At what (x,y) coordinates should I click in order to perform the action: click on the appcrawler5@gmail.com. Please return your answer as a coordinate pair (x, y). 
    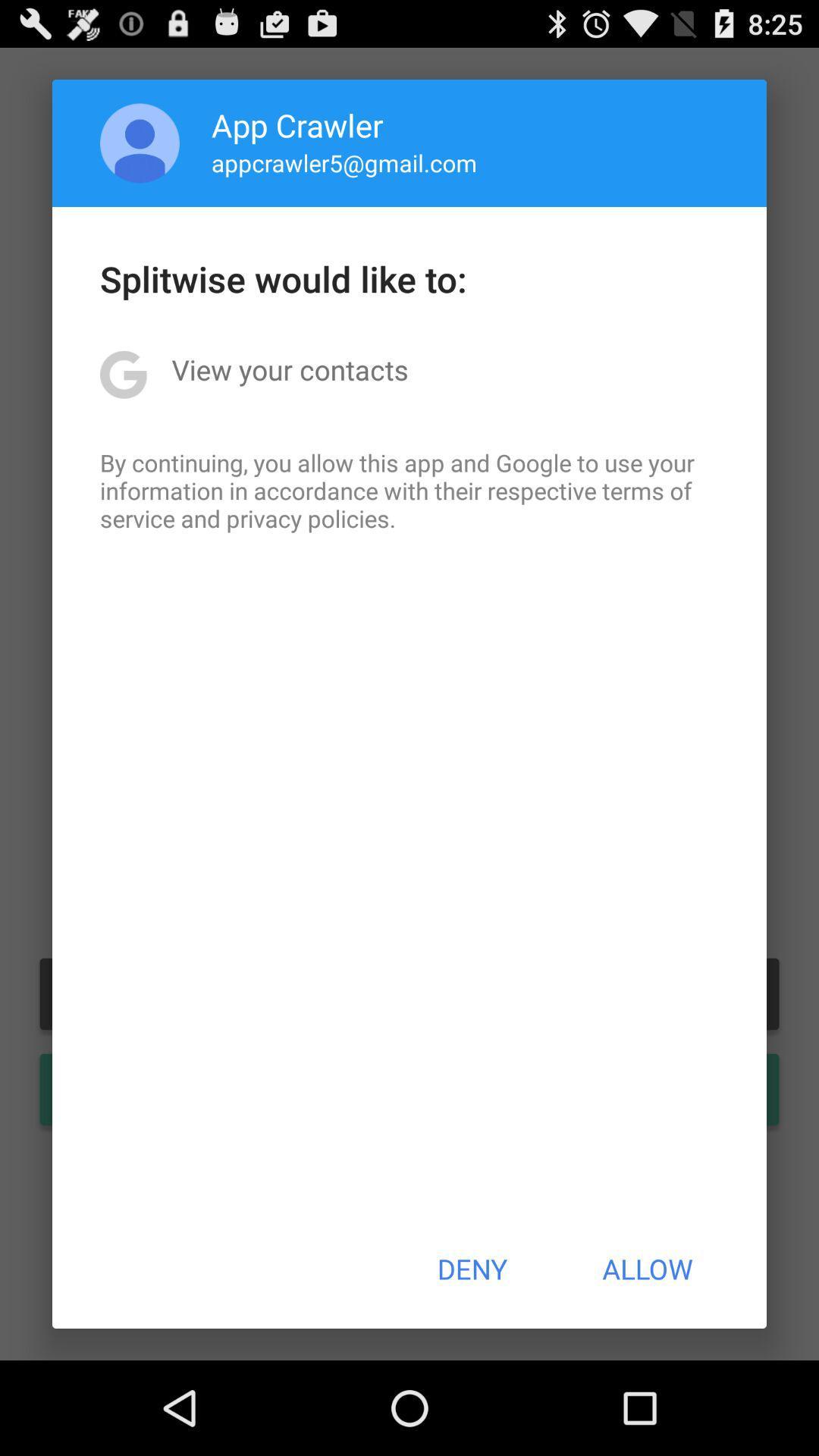
    Looking at the image, I should click on (344, 162).